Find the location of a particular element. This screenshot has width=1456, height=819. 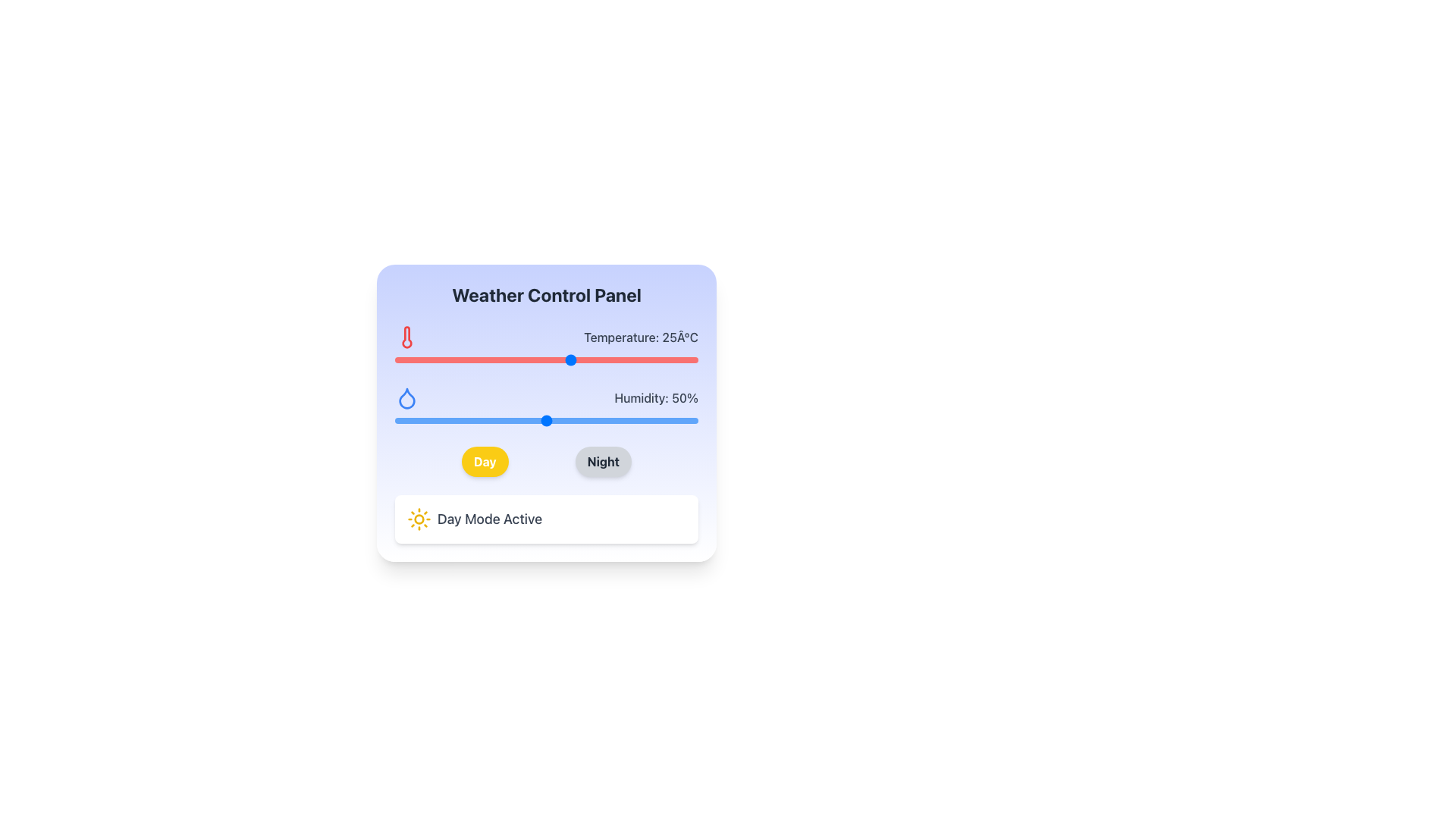

the static display element that features a red thermometer icon and the text label 'Temperature: 25°C', positioned above the horizontal slider control in the Weather Control Panel is located at coordinates (546, 336).